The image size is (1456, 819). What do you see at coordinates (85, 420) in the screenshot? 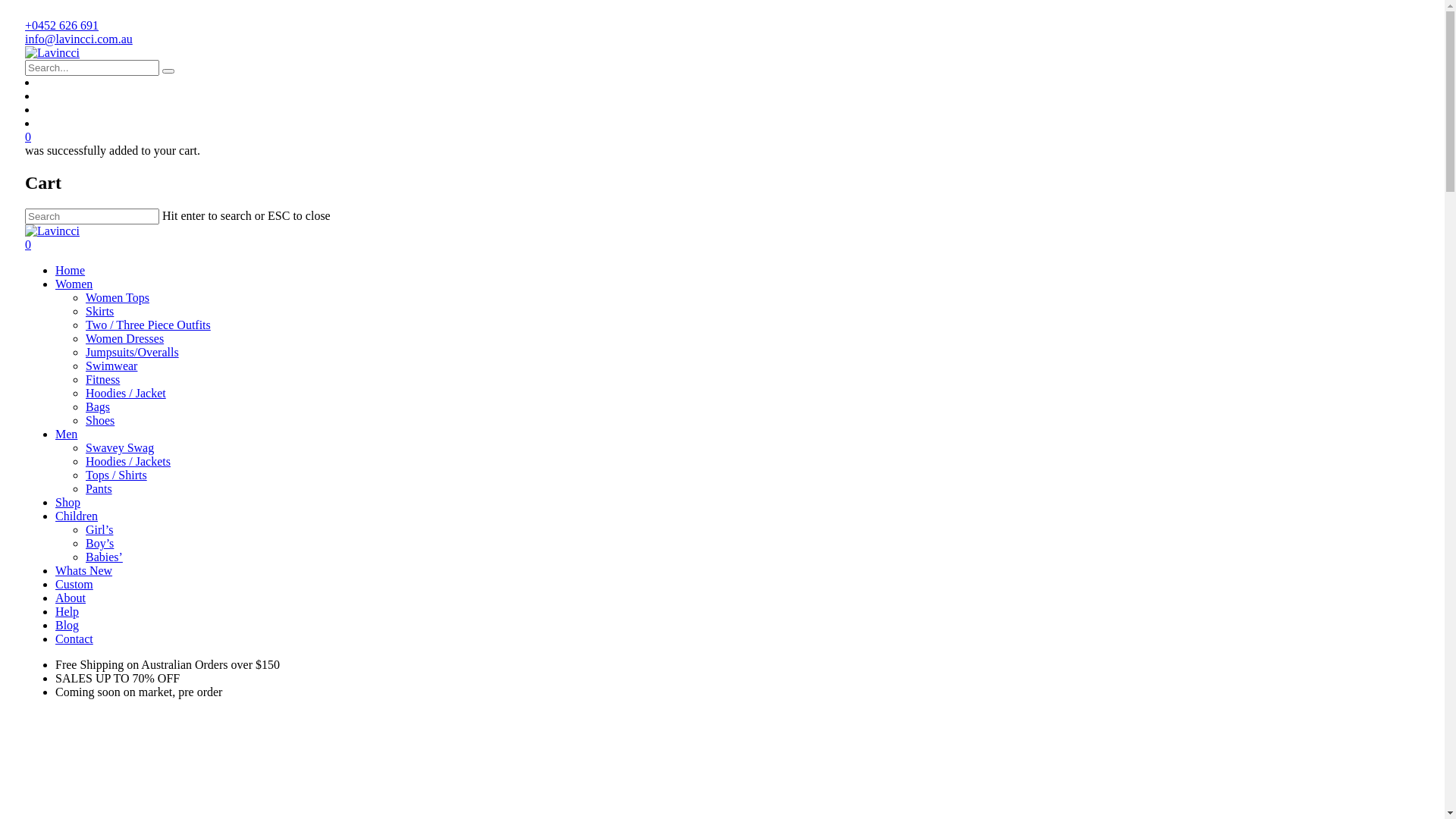
I see `'Shoes'` at bounding box center [85, 420].